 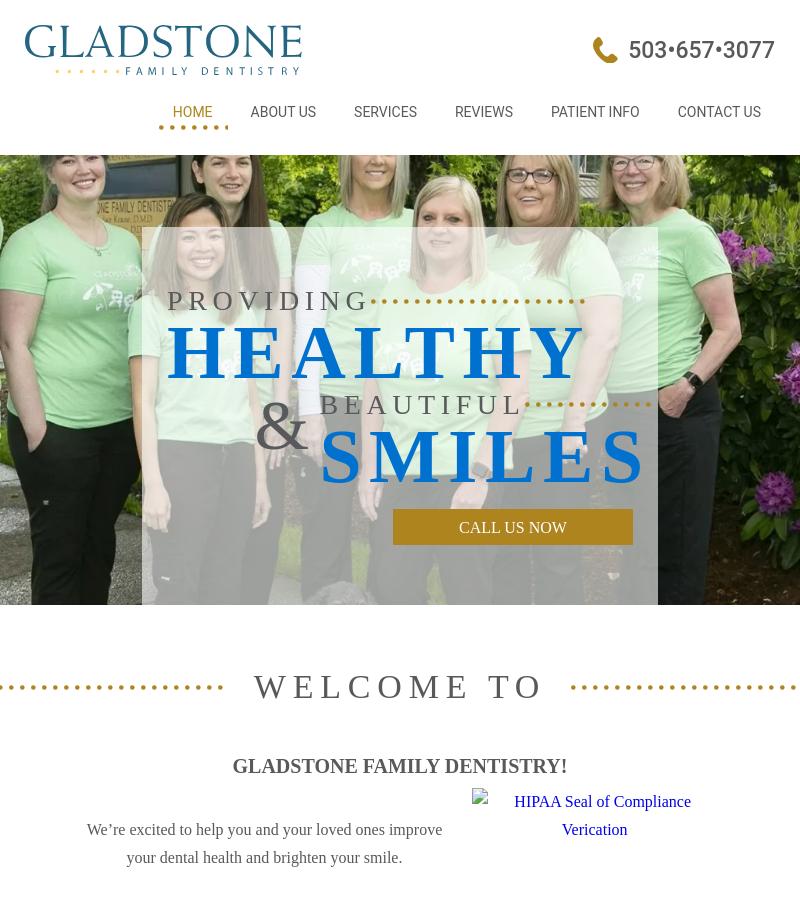 What do you see at coordinates (593, 217) in the screenshot?
I see `'Dental FAQs'` at bounding box center [593, 217].